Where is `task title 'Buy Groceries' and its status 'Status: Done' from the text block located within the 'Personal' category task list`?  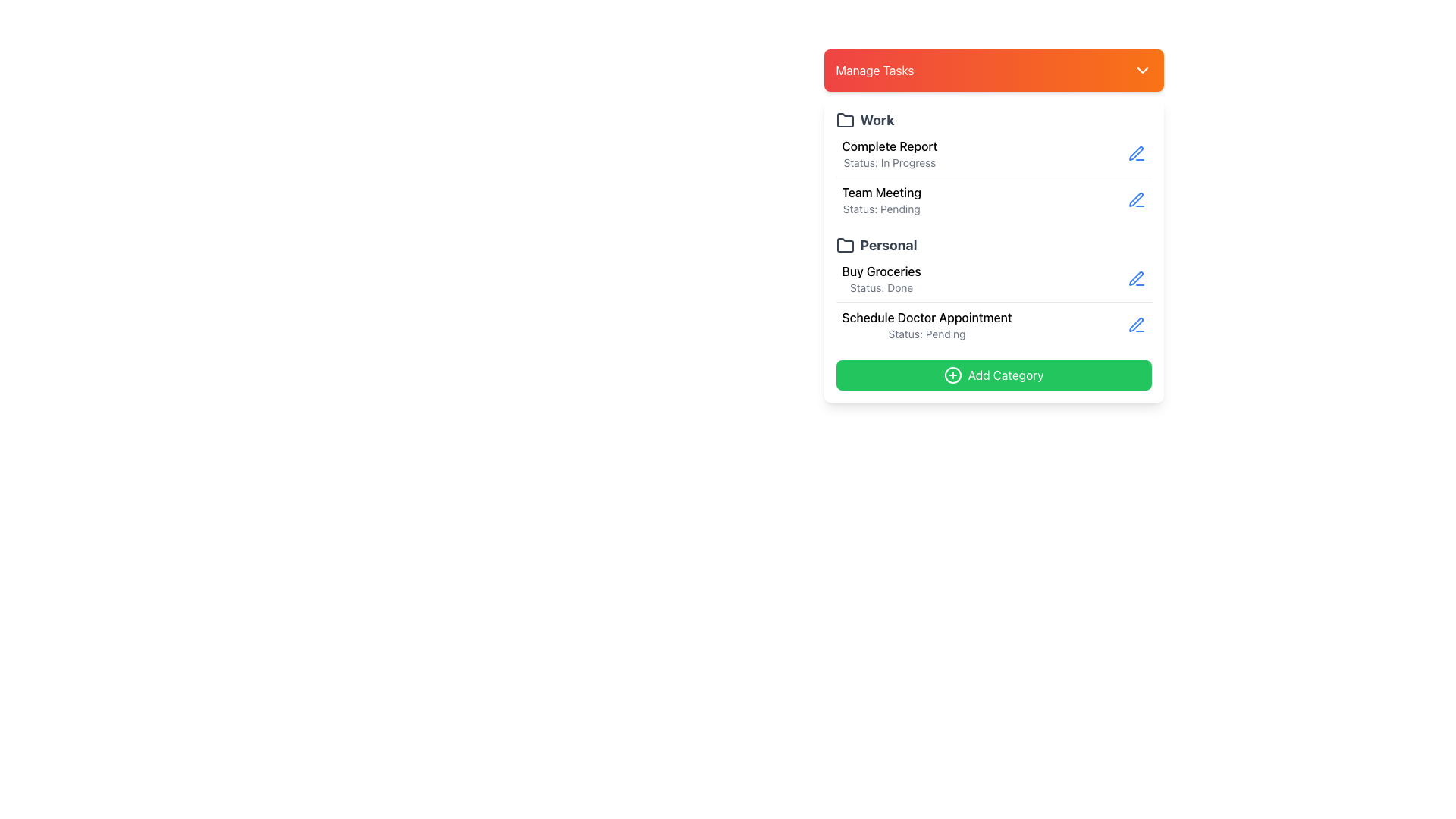 task title 'Buy Groceries' and its status 'Status: Done' from the text block located within the 'Personal' category task list is located at coordinates (881, 278).